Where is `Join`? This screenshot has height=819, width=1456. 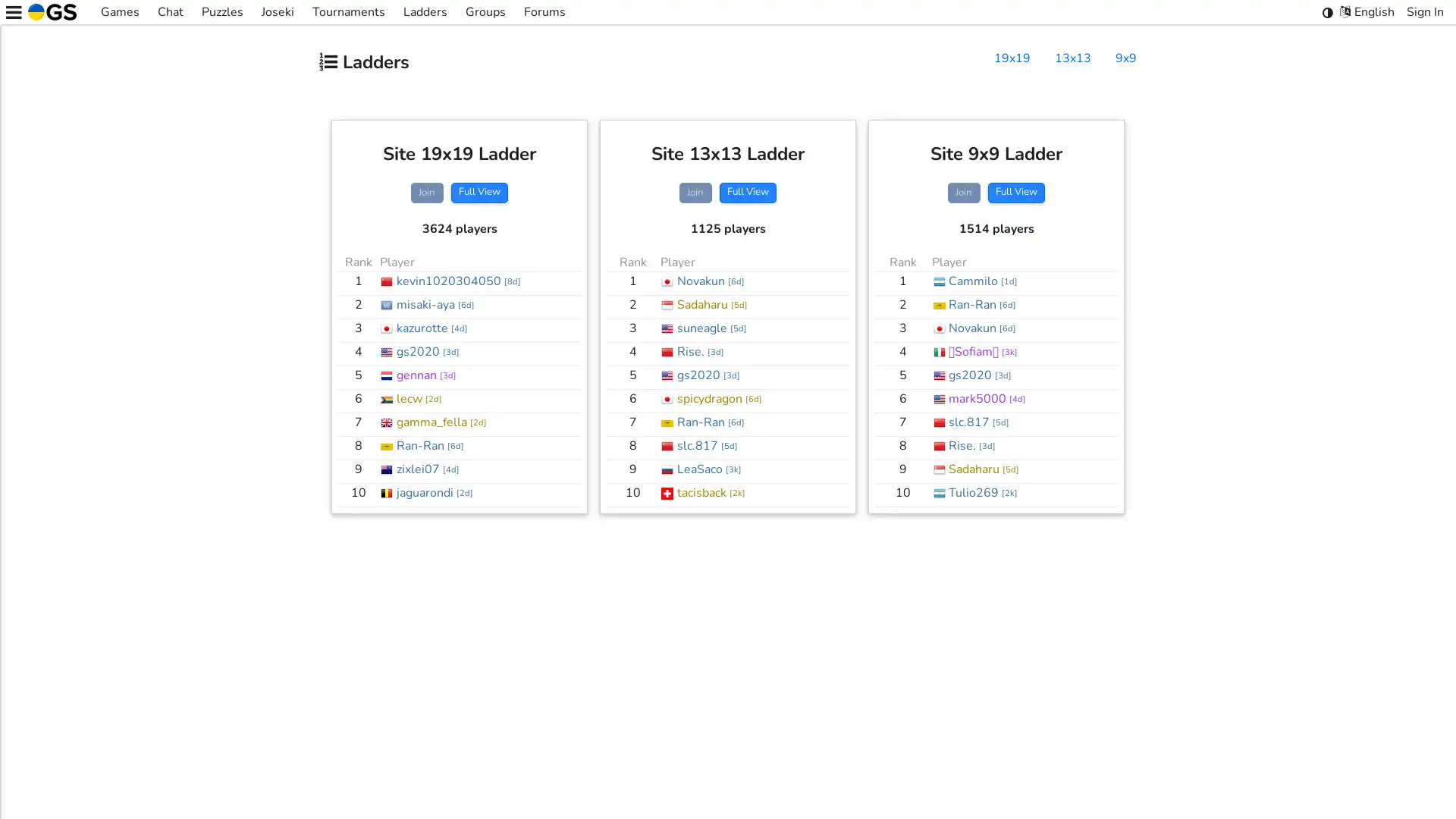 Join is located at coordinates (694, 192).